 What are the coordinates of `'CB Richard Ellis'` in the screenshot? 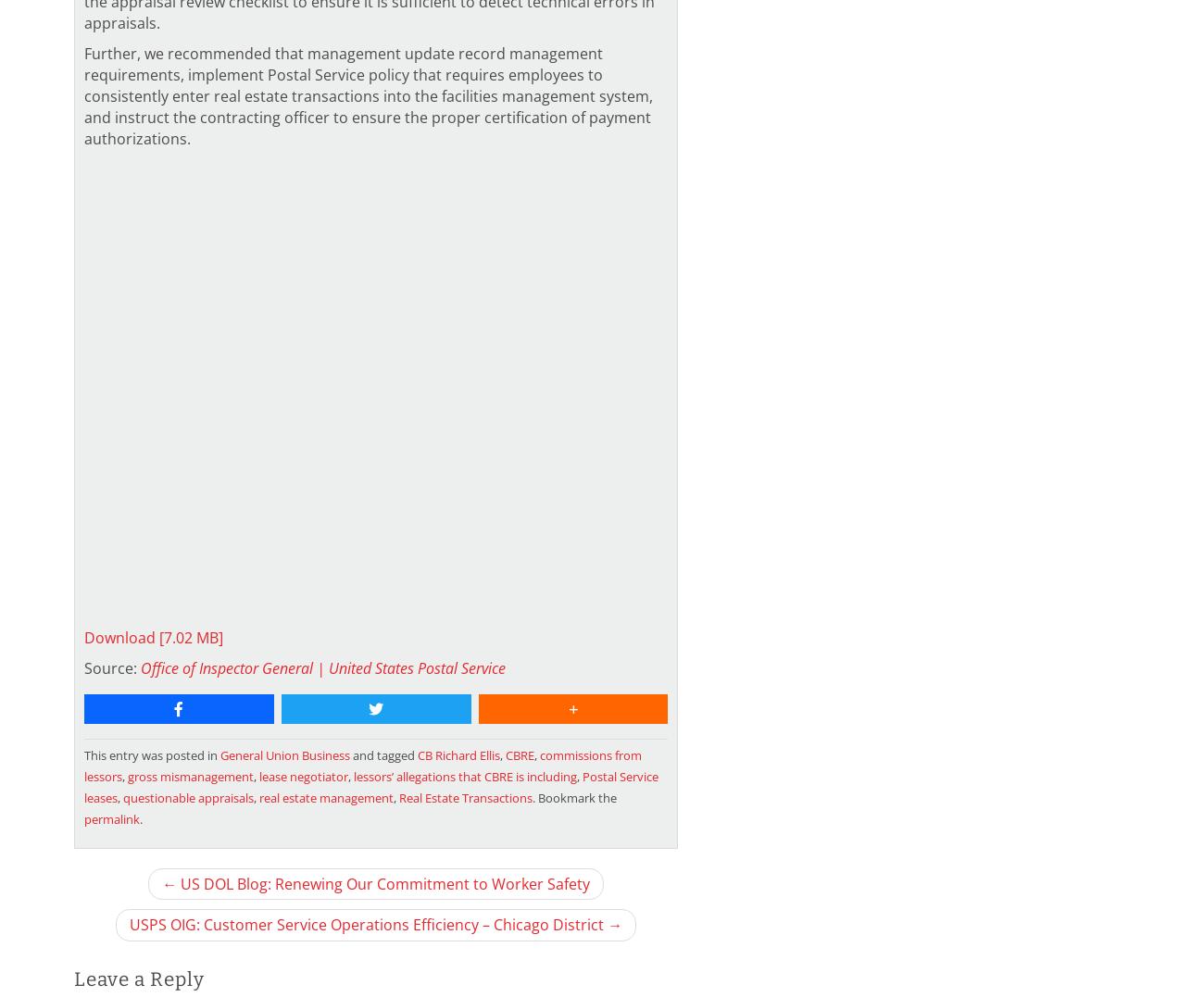 It's located at (458, 755).